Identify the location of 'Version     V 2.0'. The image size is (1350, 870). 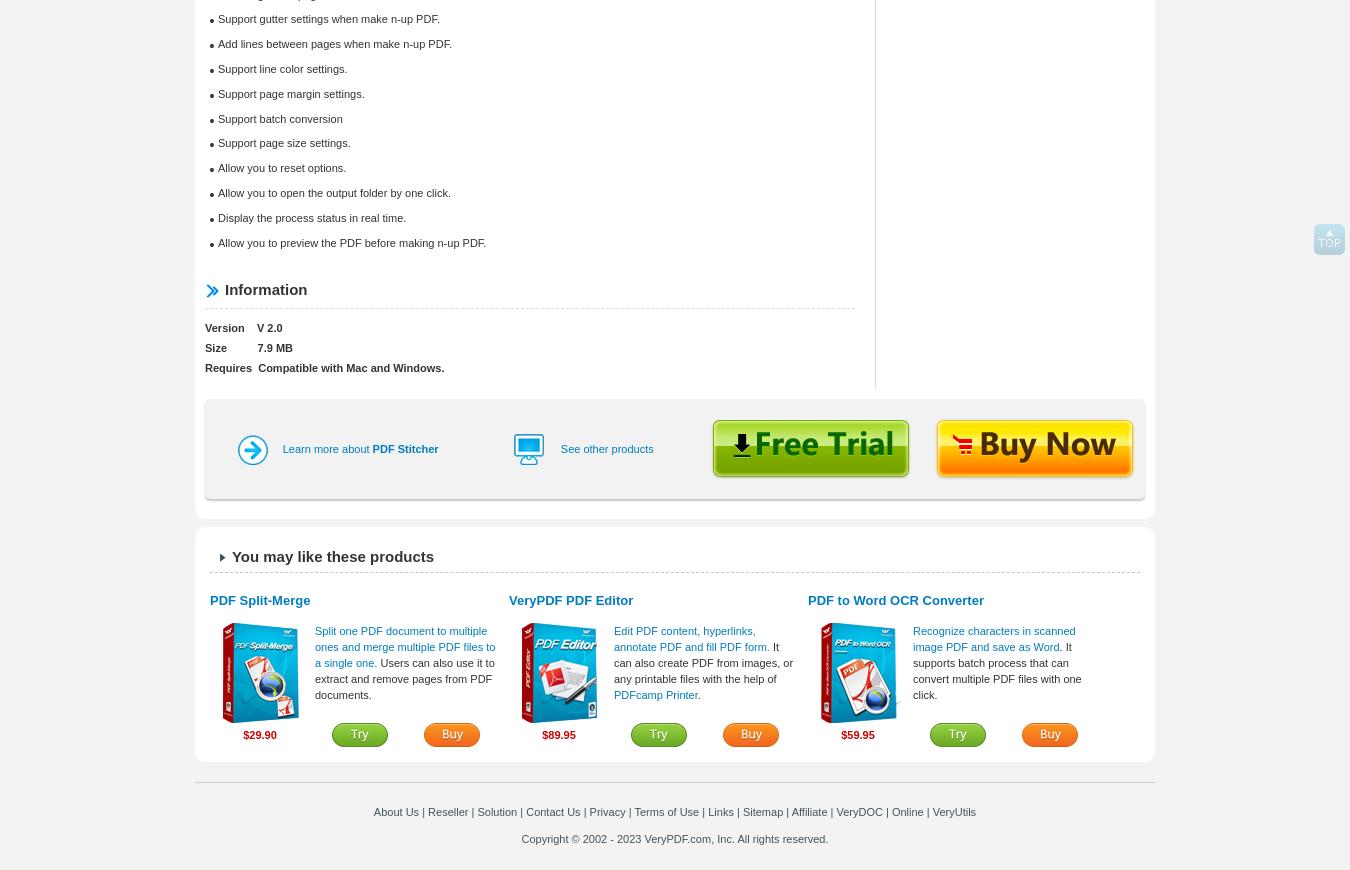
(205, 327).